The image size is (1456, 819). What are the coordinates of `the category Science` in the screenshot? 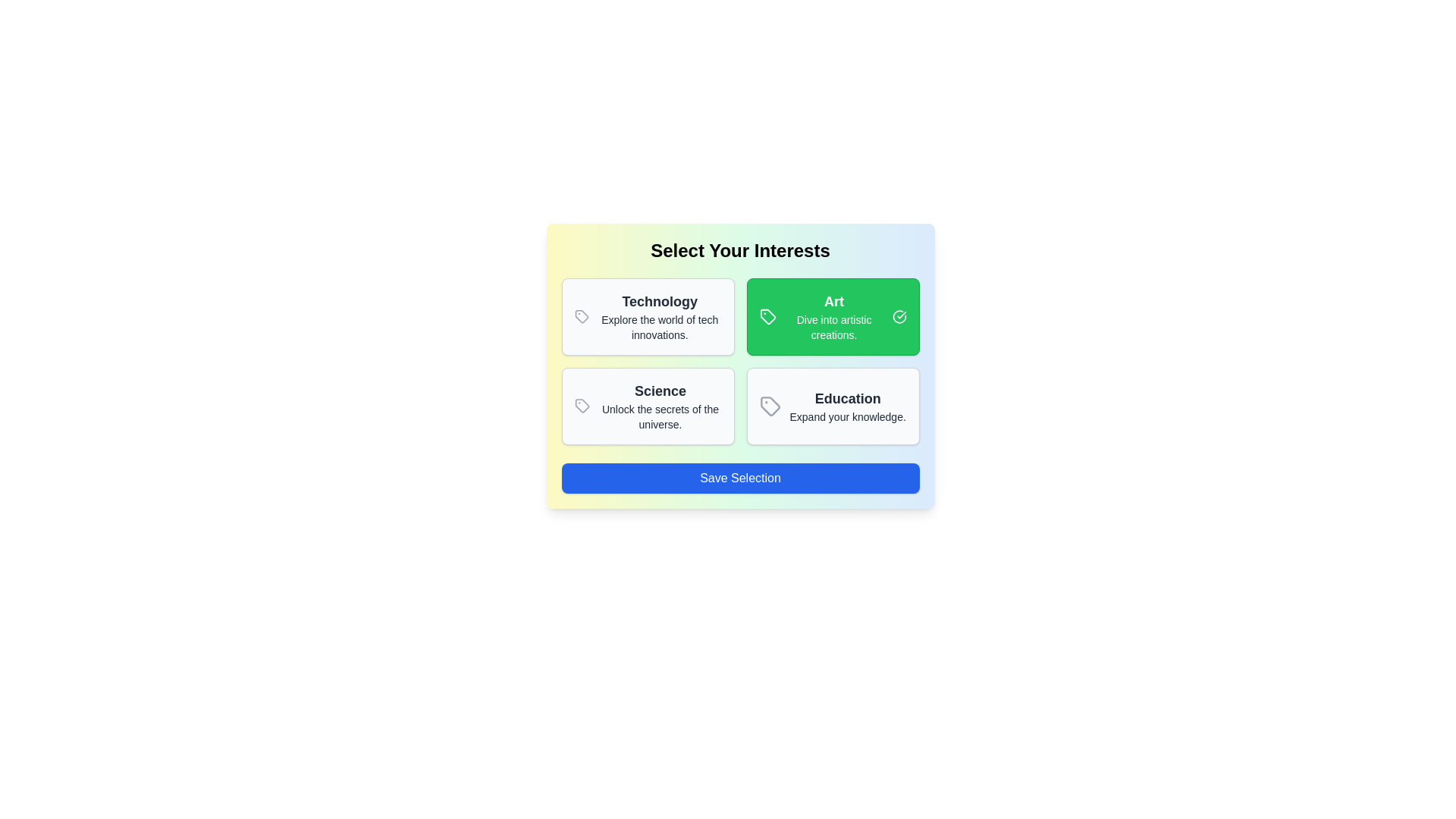 It's located at (648, 406).